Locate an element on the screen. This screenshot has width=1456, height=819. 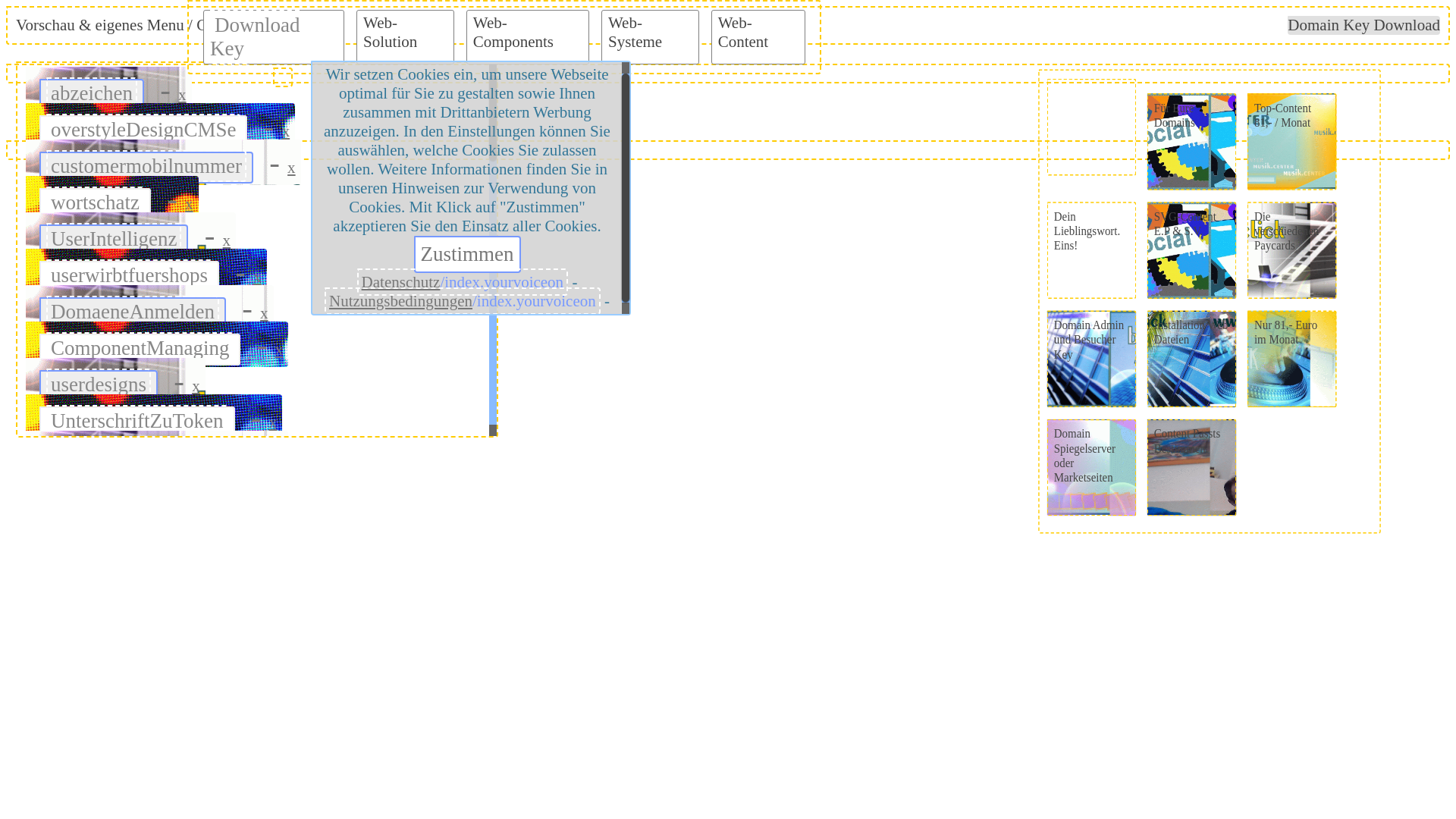
'userdesigns' is located at coordinates (97, 383).